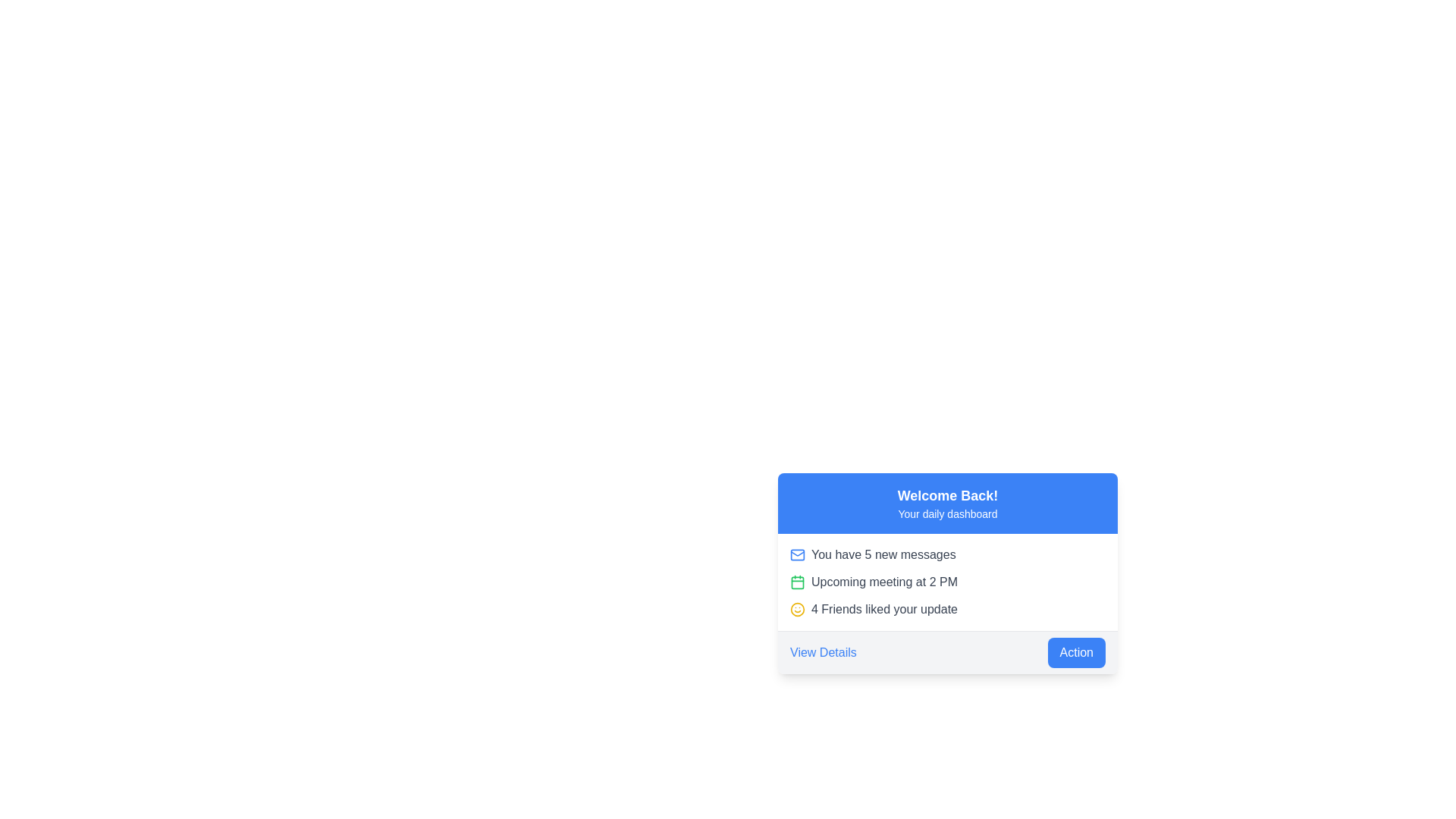 The image size is (1456, 819). I want to click on the clickable hyperlink styled as 'View Details' located in the light gray horizontal bar at the bottom of the card, so click(822, 651).